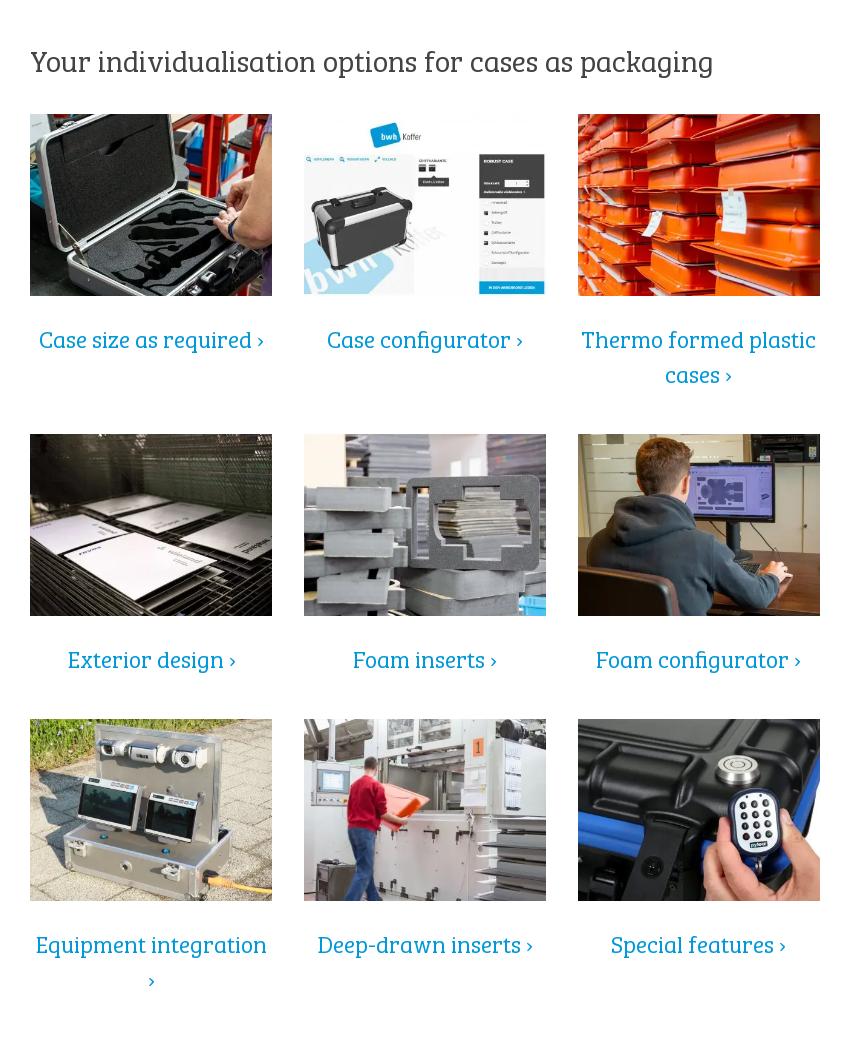 Image resolution: width=850 pixels, height=1063 pixels. What do you see at coordinates (150, 336) in the screenshot?
I see `'Case size as required ›'` at bounding box center [150, 336].